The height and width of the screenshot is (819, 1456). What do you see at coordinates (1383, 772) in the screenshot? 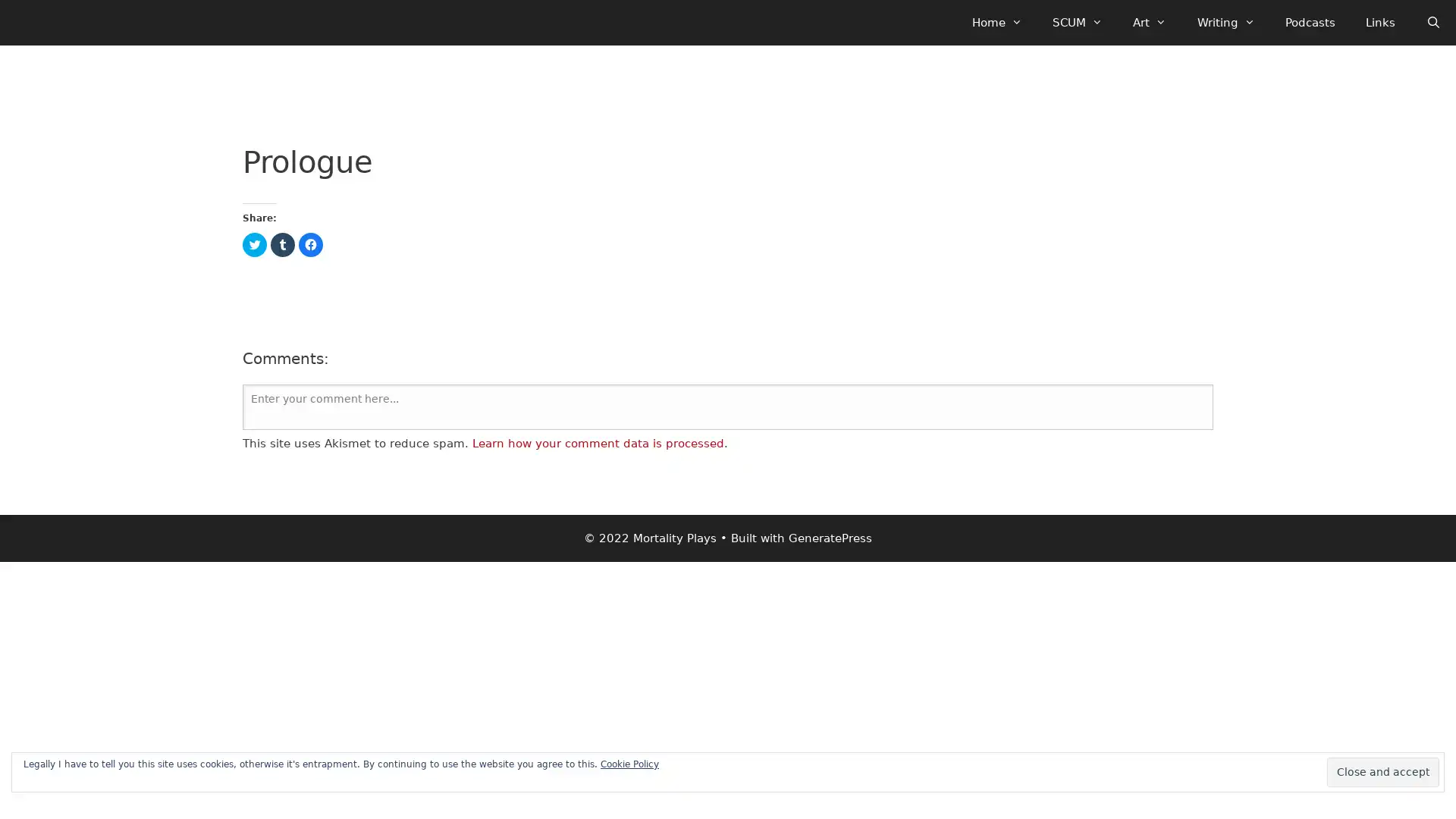
I see `Close and accept` at bounding box center [1383, 772].